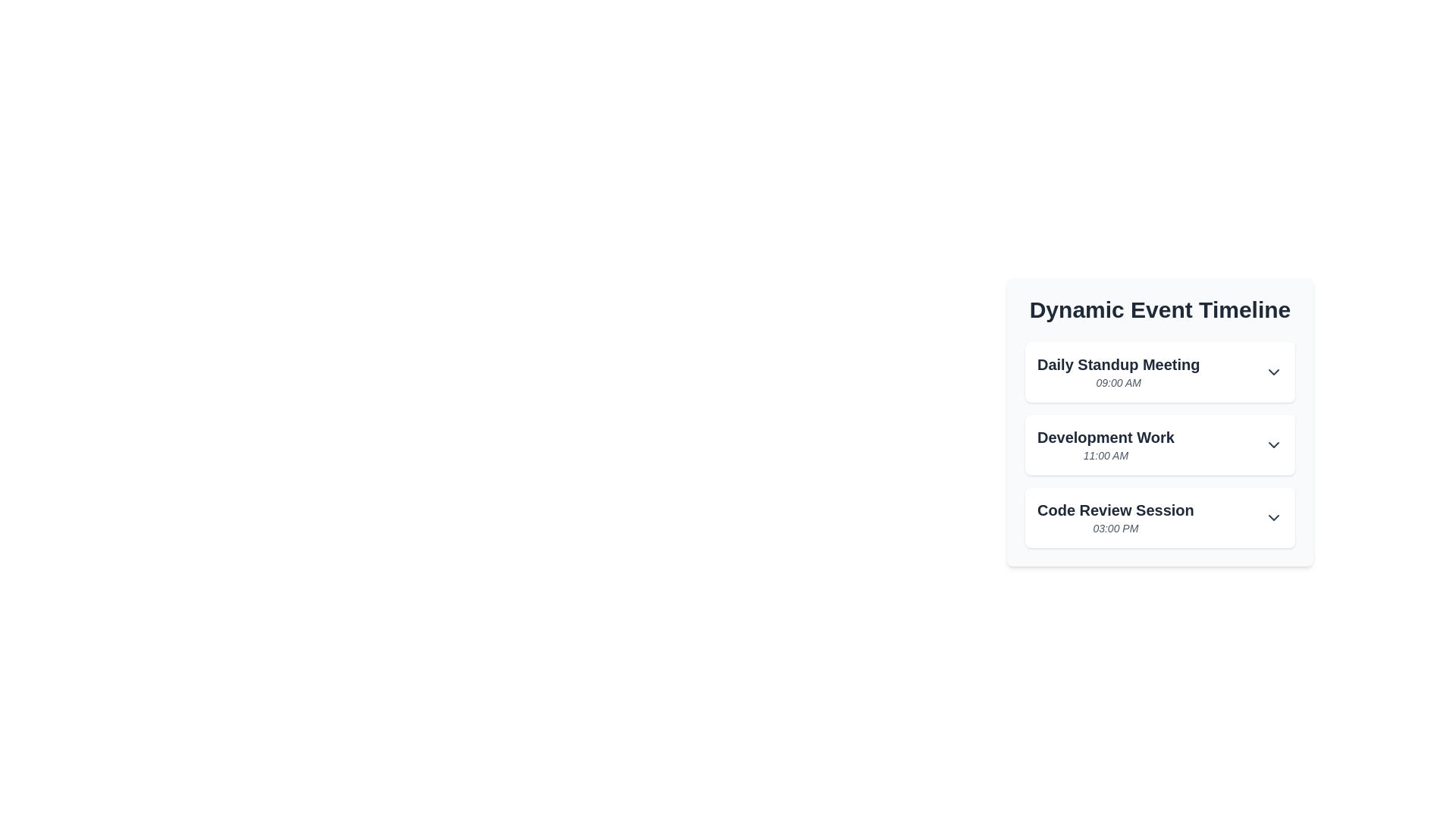 This screenshot has width=1456, height=819. I want to click on the text label reading 'Daily Standup Meeting', which is styled in bold and larger size, colored dark gray, and positioned at the top of the event entry, so click(1119, 365).